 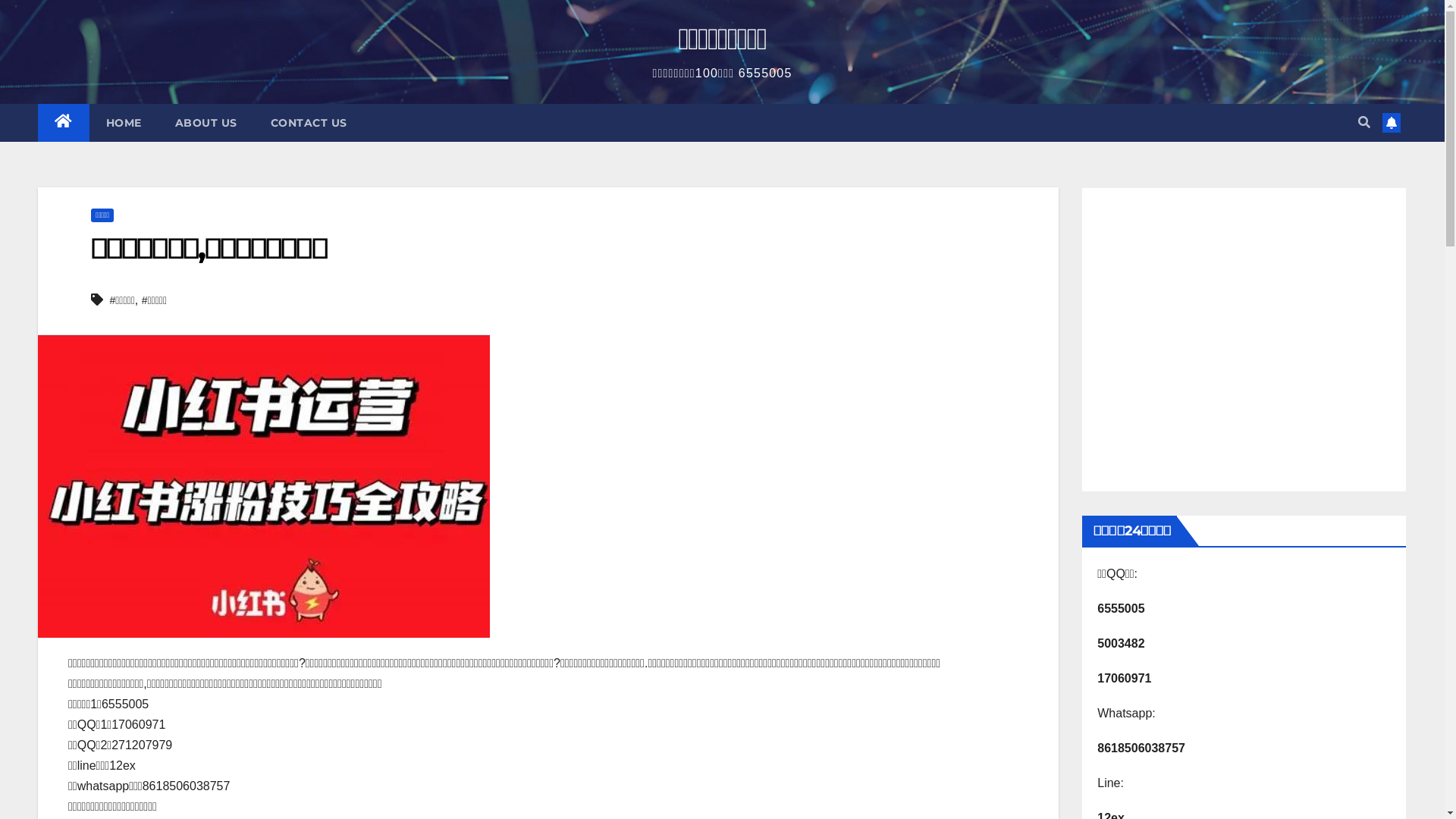 What do you see at coordinates (89, 122) in the screenshot?
I see `'HOME'` at bounding box center [89, 122].